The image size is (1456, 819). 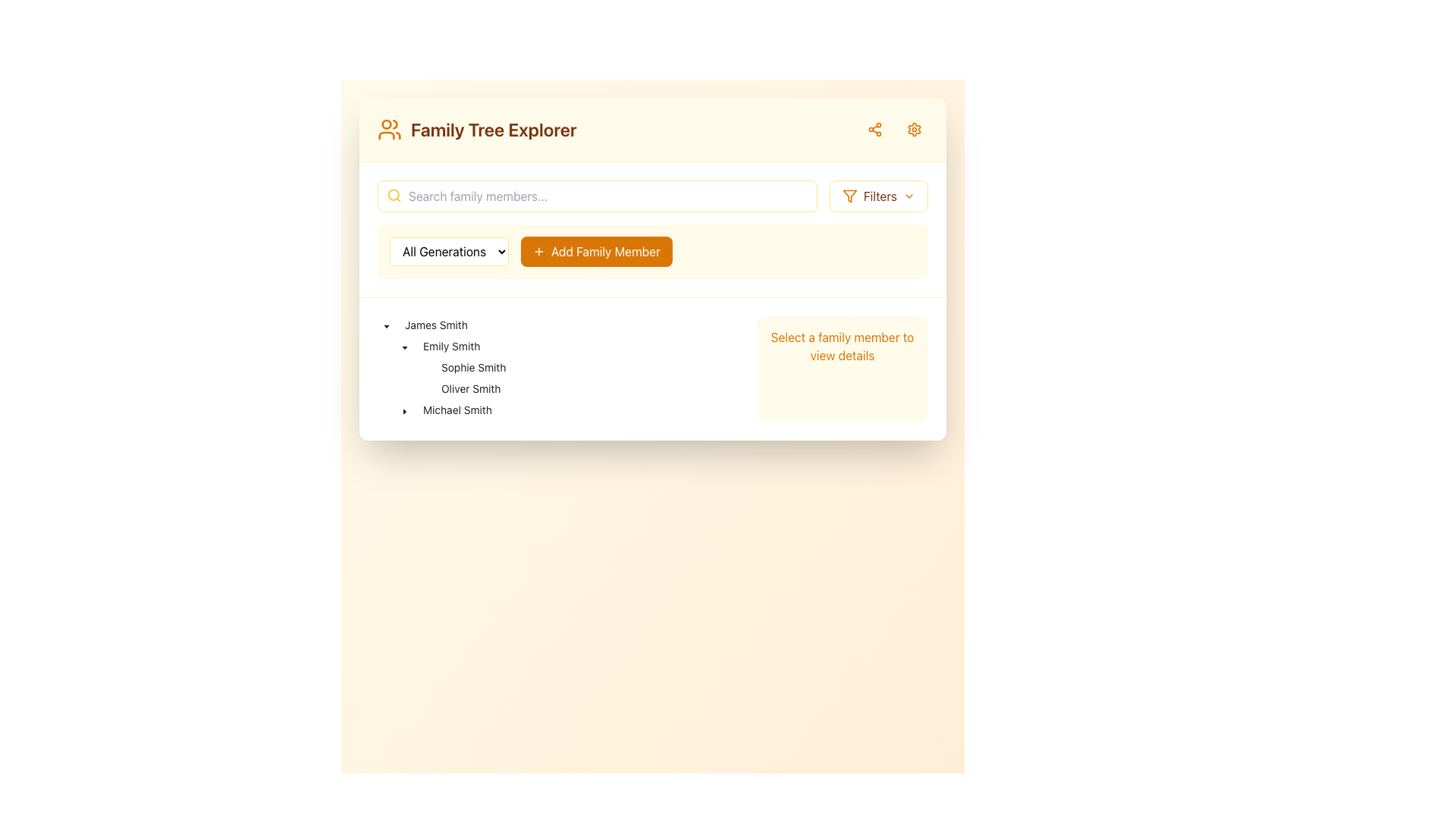 I want to click on the label displaying the name 'Emily Smith', which is a subitem under 'James Smith' in a hierarchical list, so click(x=450, y=346).